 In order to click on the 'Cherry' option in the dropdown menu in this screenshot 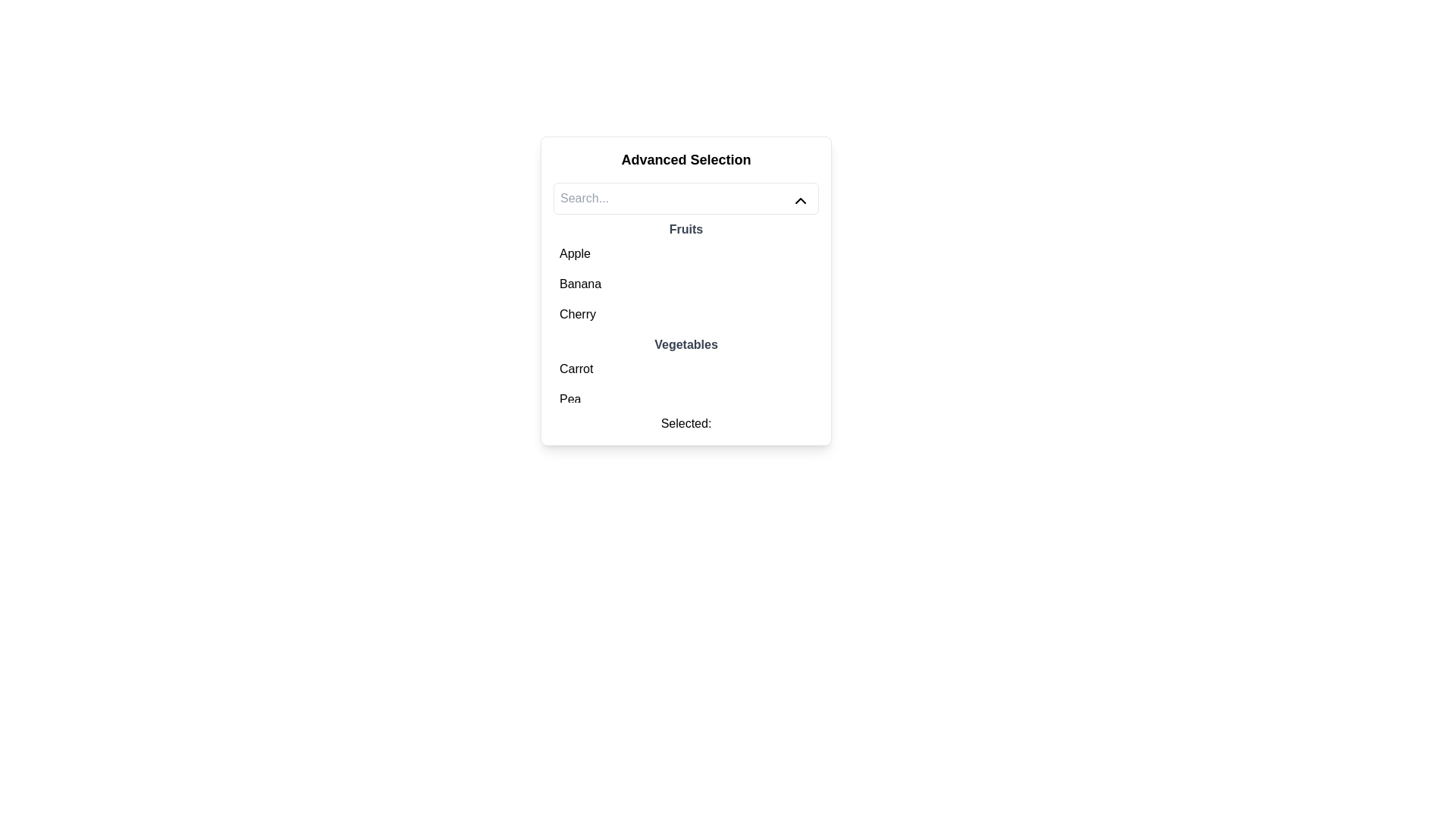, I will do `click(577, 314)`.